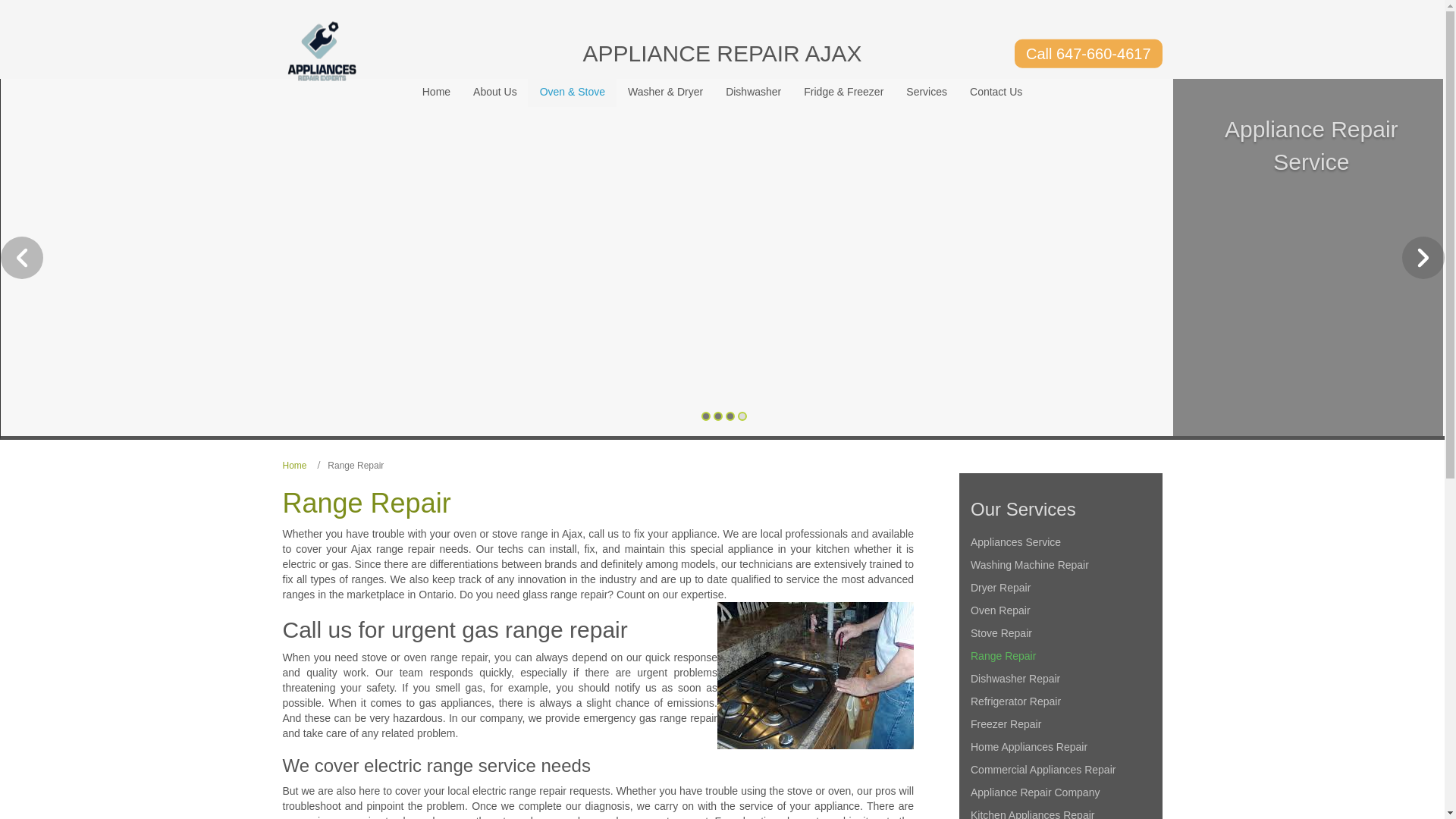  Describe the element at coordinates (1059, 769) in the screenshot. I see `'Commercial Appliances Repair'` at that location.